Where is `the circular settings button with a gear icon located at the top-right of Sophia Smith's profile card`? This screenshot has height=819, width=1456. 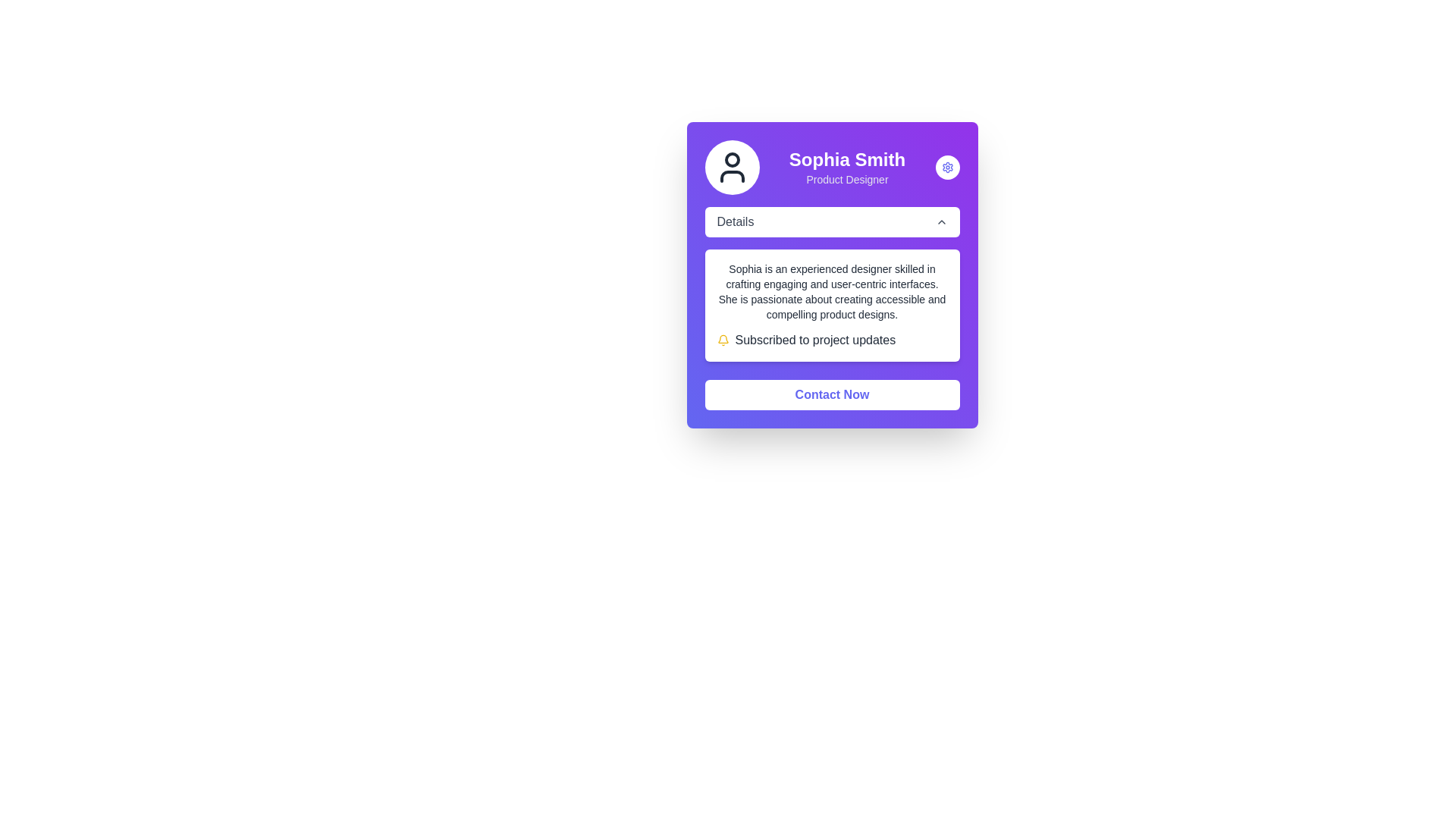
the circular settings button with a gear icon located at the top-right of Sophia Smith's profile card is located at coordinates (946, 167).